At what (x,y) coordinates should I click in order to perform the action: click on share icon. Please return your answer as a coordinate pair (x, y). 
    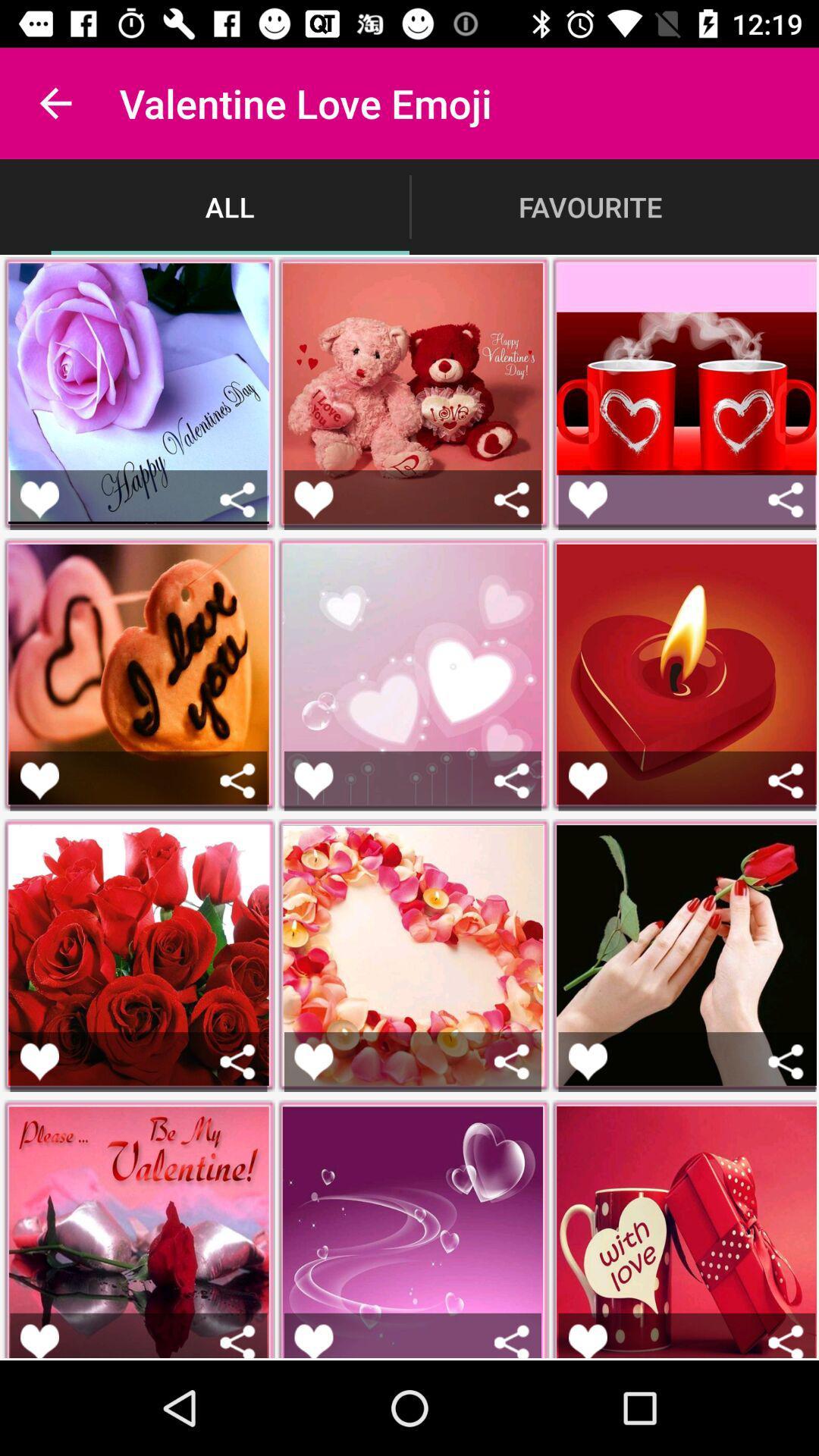
    Looking at the image, I should click on (512, 500).